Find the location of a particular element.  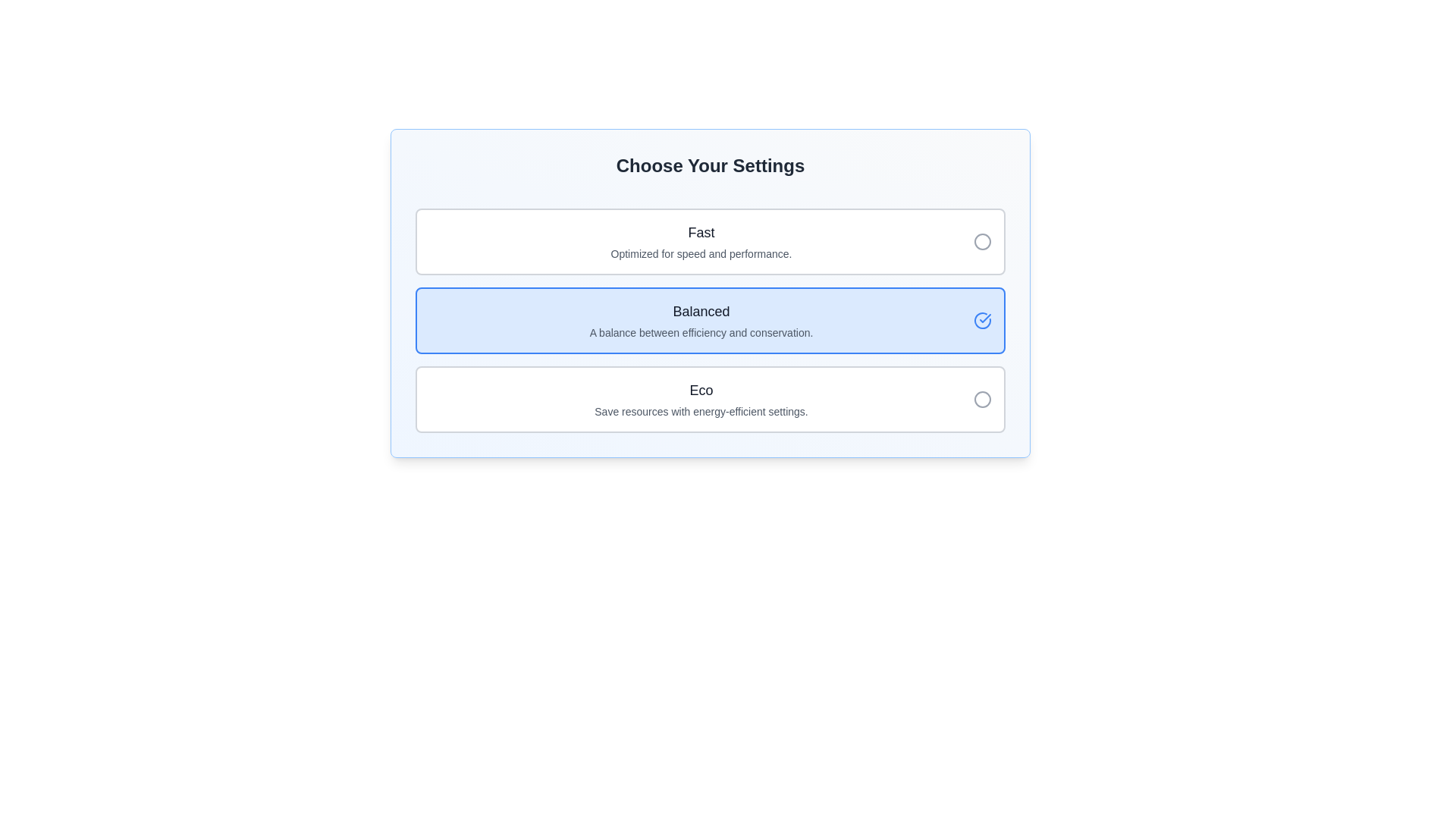

the text label displaying 'Eco' located at the top of the bottom card in a group of three vertically stacked cards is located at coordinates (701, 390).